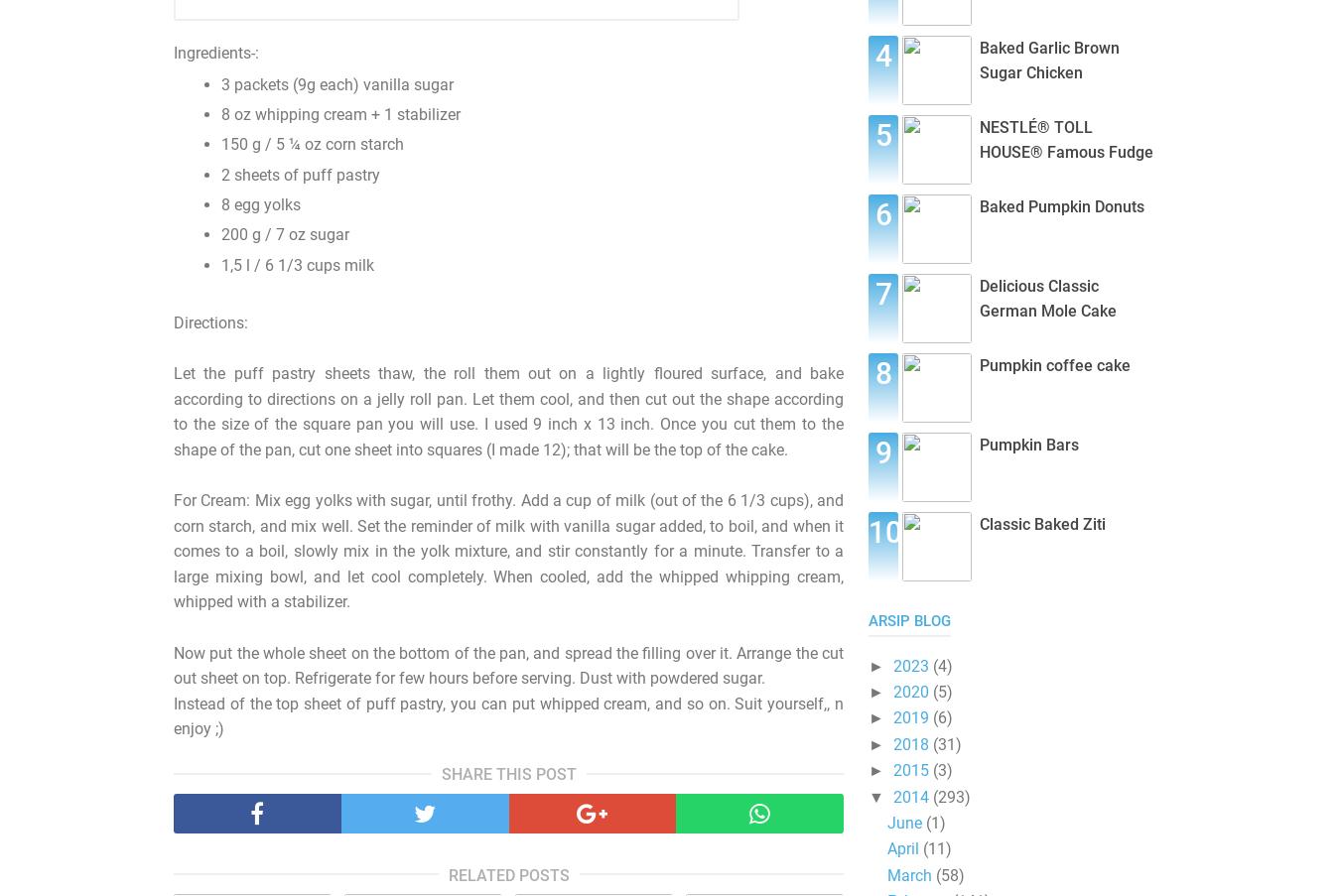 The width and height of the screenshot is (1340, 896). Describe the element at coordinates (931, 664) in the screenshot. I see `'(4)'` at that location.